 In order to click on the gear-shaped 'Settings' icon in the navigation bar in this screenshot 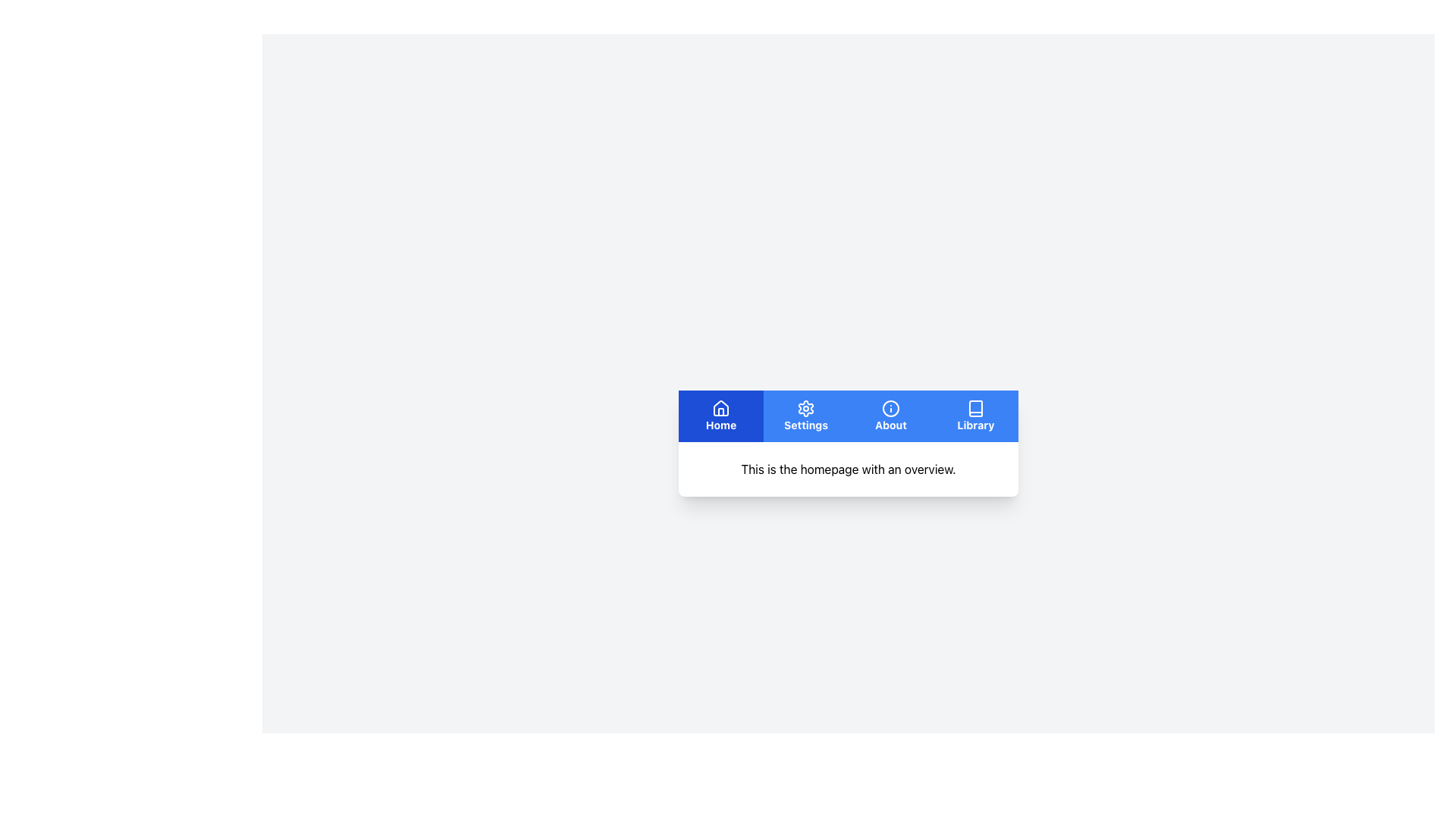, I will do `click(805, 408)`.